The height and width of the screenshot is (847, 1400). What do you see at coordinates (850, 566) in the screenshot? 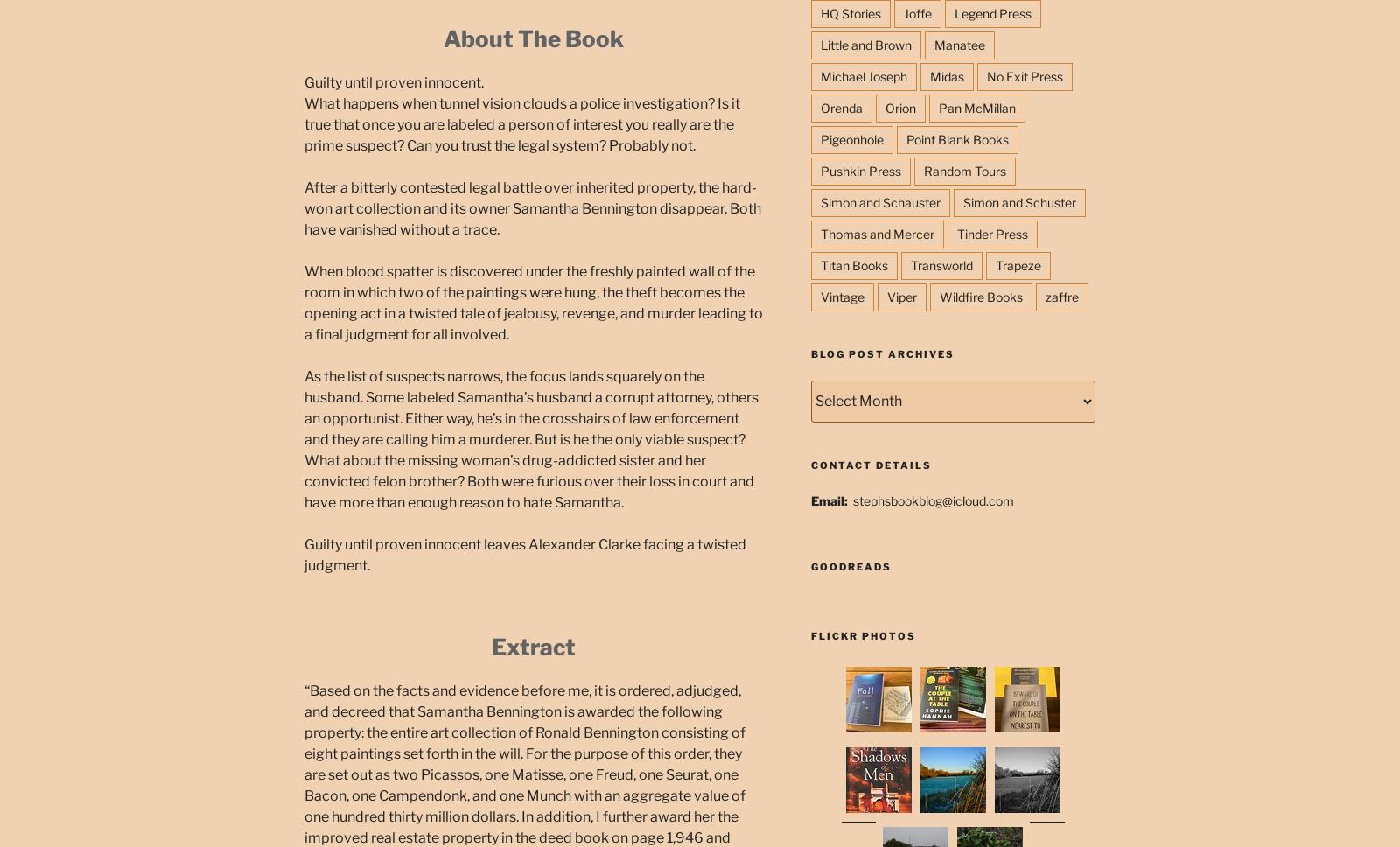
I see `'Goodreads'` at bounding box center [850, 566].